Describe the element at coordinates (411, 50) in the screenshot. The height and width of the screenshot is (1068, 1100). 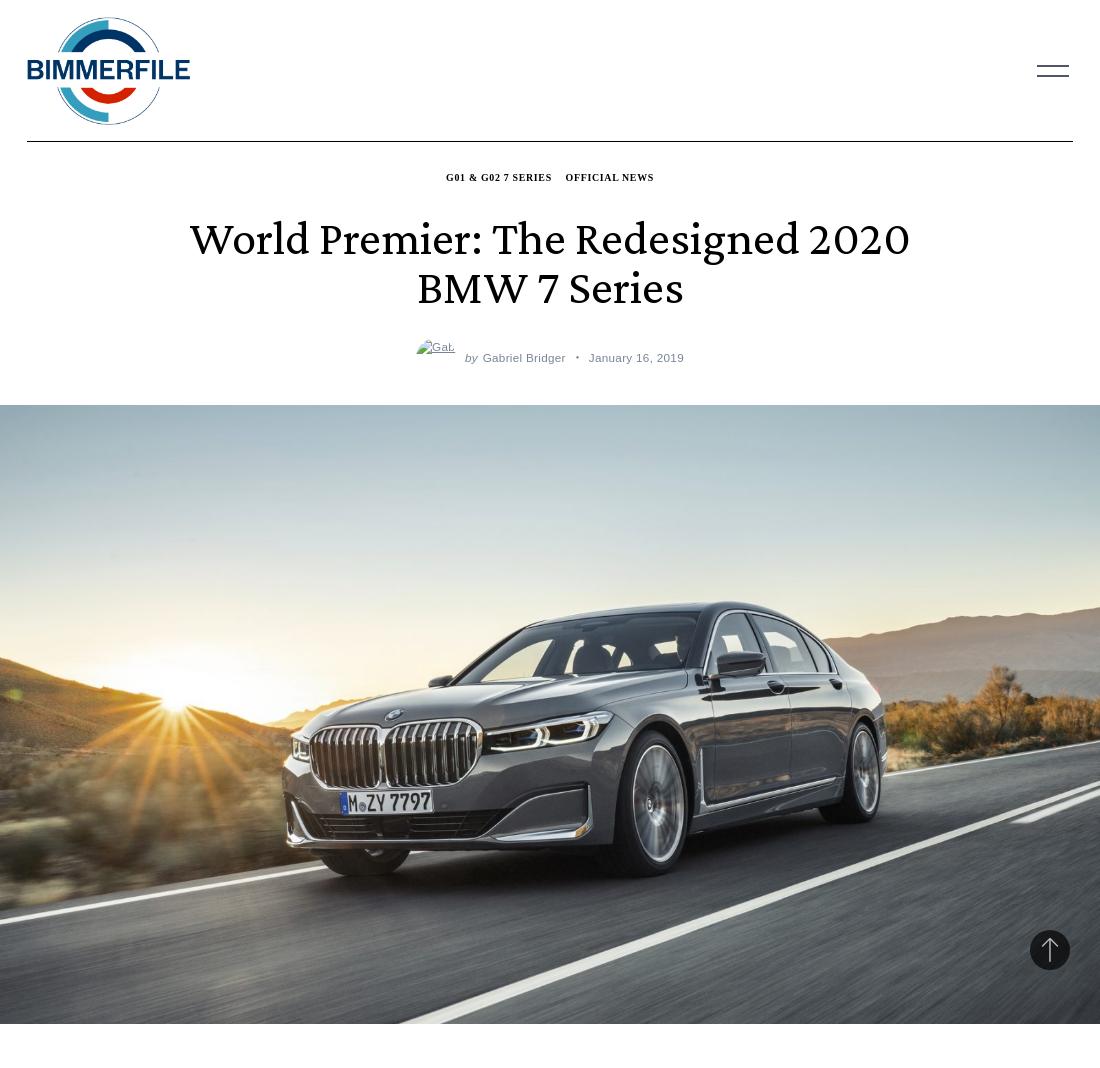
I see `'M1'` at that location.